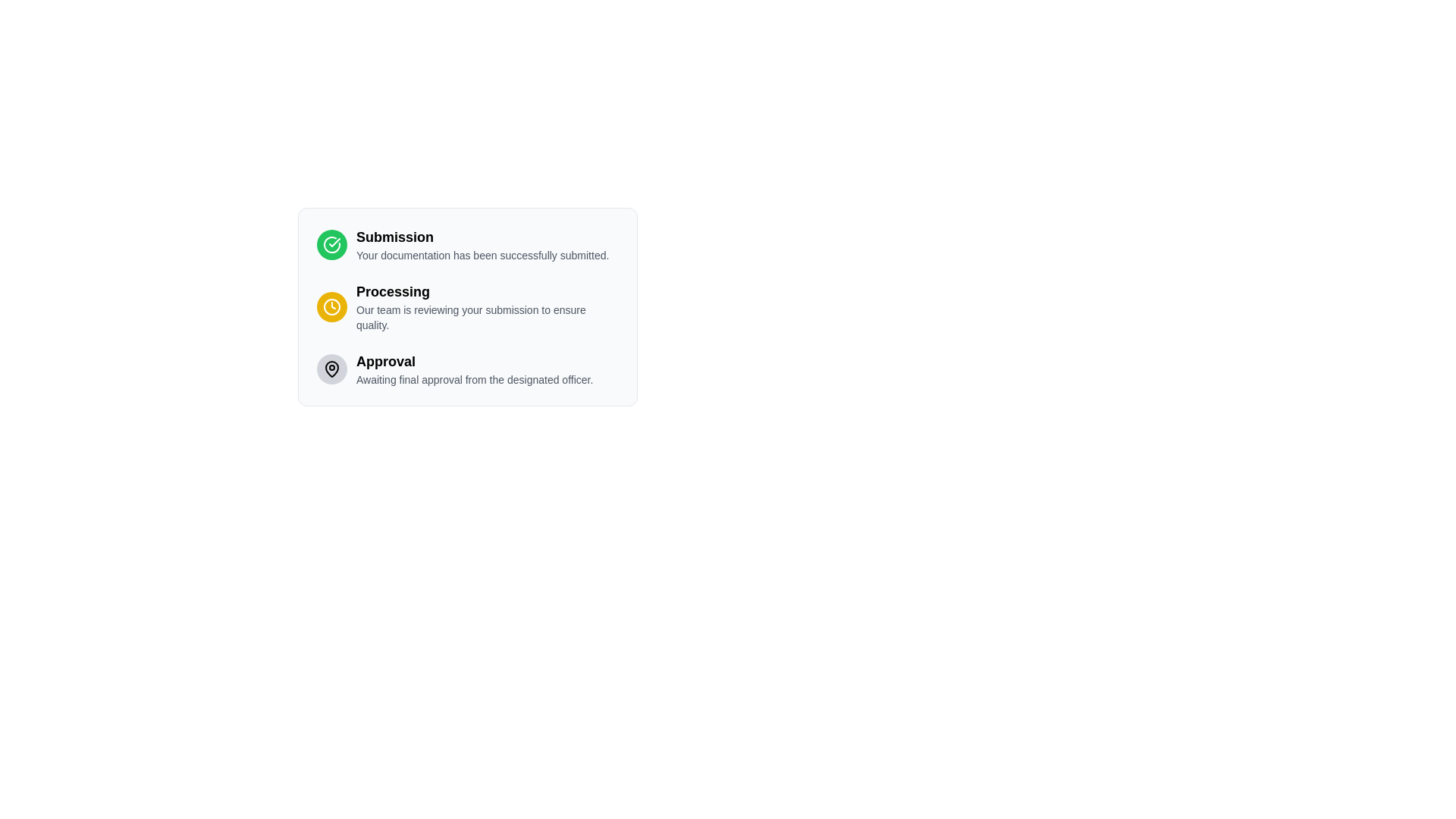  What do you see at coordinates (331, 369) in the screenshot?
I see `the map pin icon, which is styled to represent a location marker and is located at the bottom of the third status item in a vertical status list` at bounding box center [331, 369].